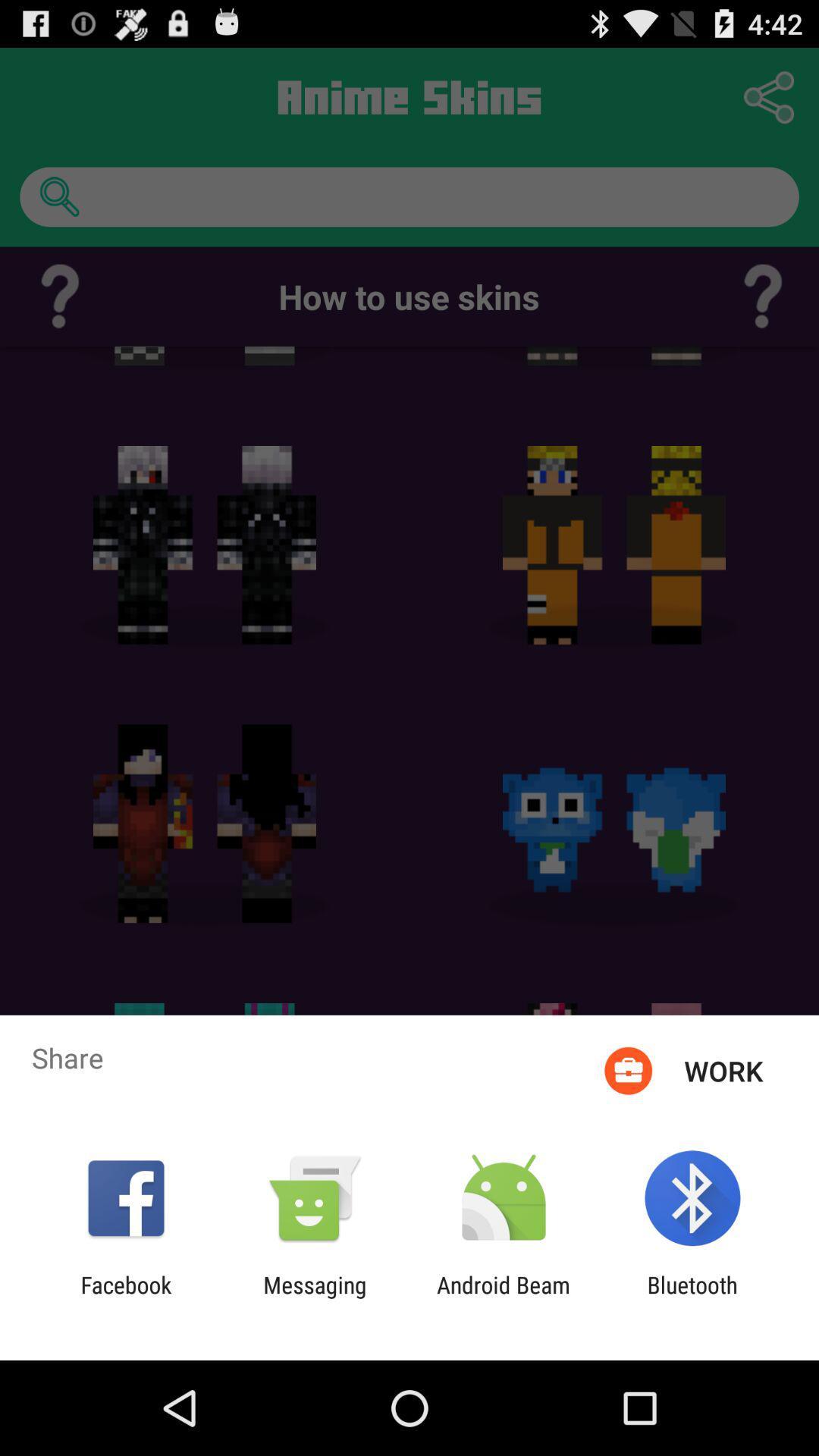  I want to click on the item to the left of the messaging item, so click(125, 1298).